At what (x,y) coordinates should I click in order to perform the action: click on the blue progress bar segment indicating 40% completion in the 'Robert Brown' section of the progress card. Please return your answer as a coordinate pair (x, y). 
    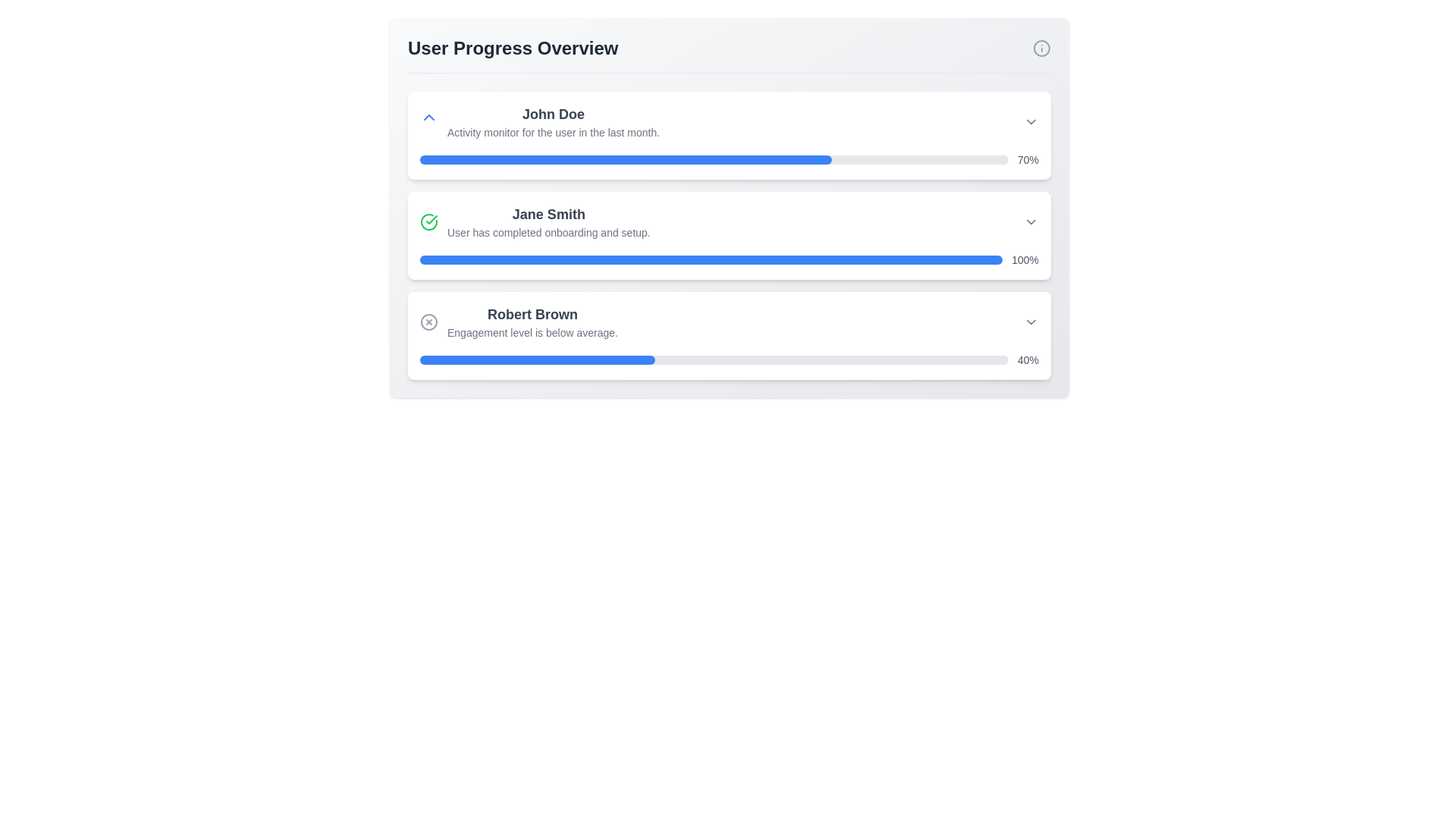
    Looking at the image, I should click on (538, 359).